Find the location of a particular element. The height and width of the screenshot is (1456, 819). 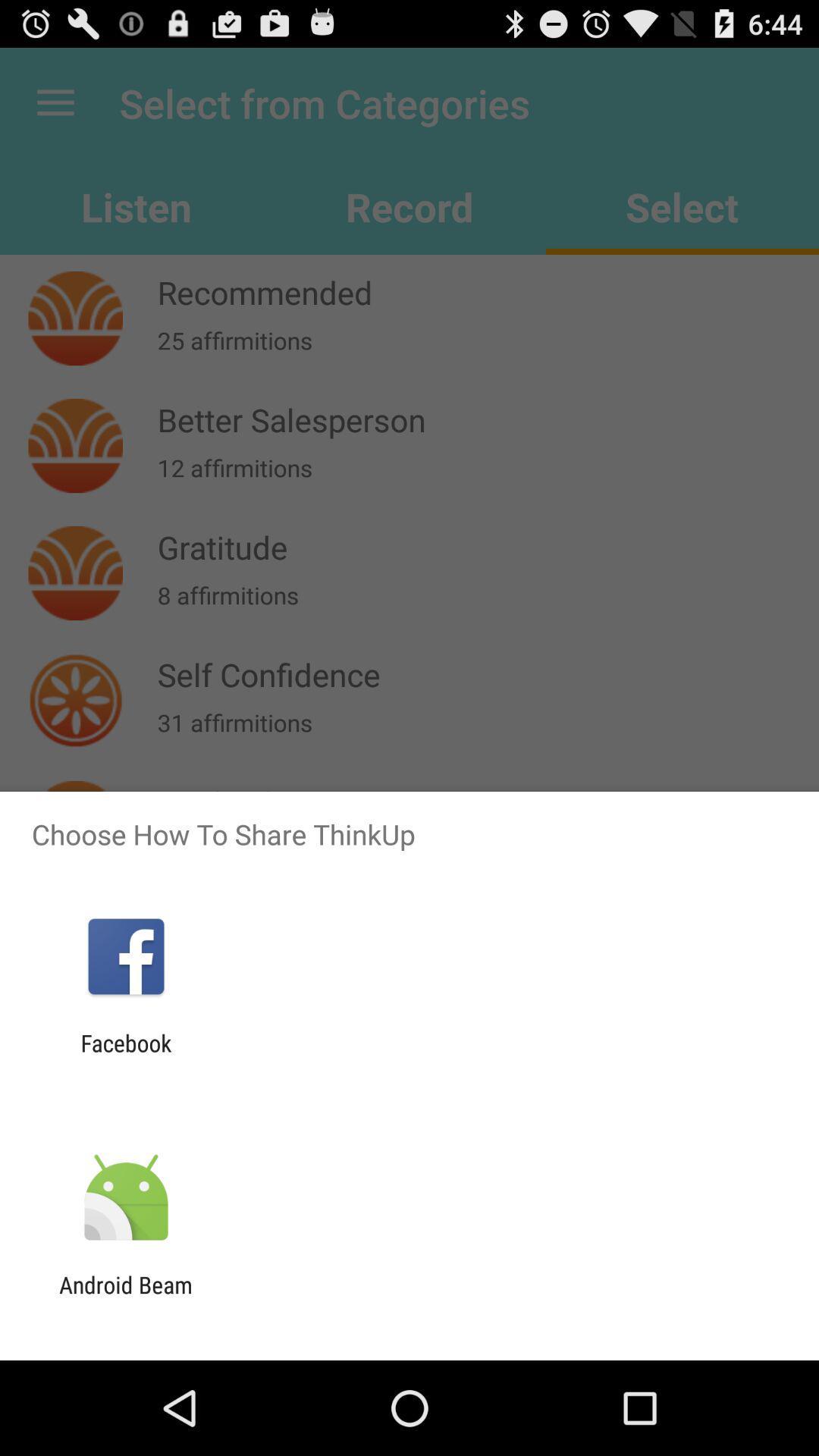

the android beam app is located at coordinates (125, 1298).